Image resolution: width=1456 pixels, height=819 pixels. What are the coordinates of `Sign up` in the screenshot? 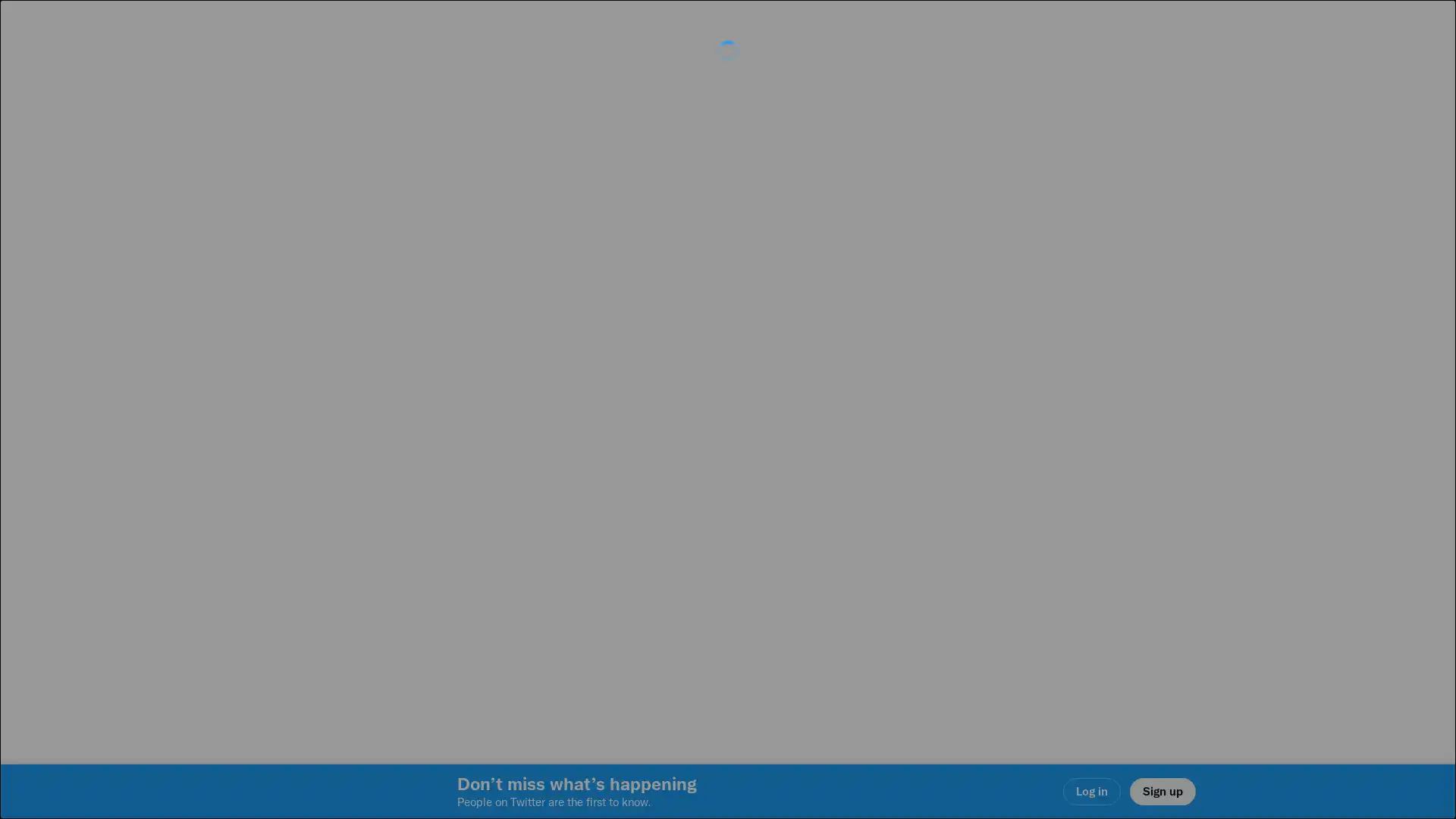 It's located at (548, 516).